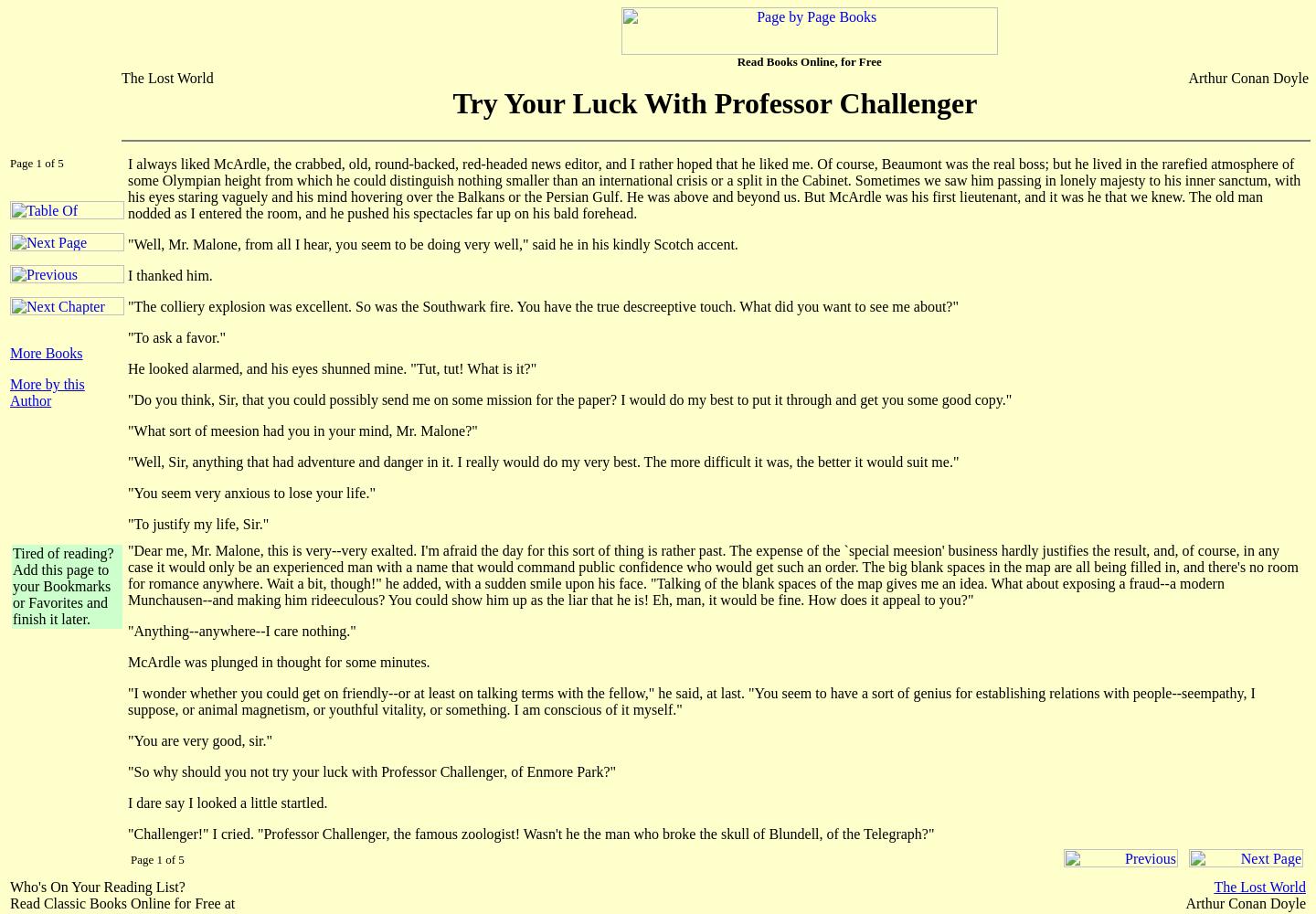  I want to click on '"The colliery explosion was excellent.  So was the Southwark fire. 
You have the true descreeptive touch.  What did you want to see
me about?"', so click(543, 305).